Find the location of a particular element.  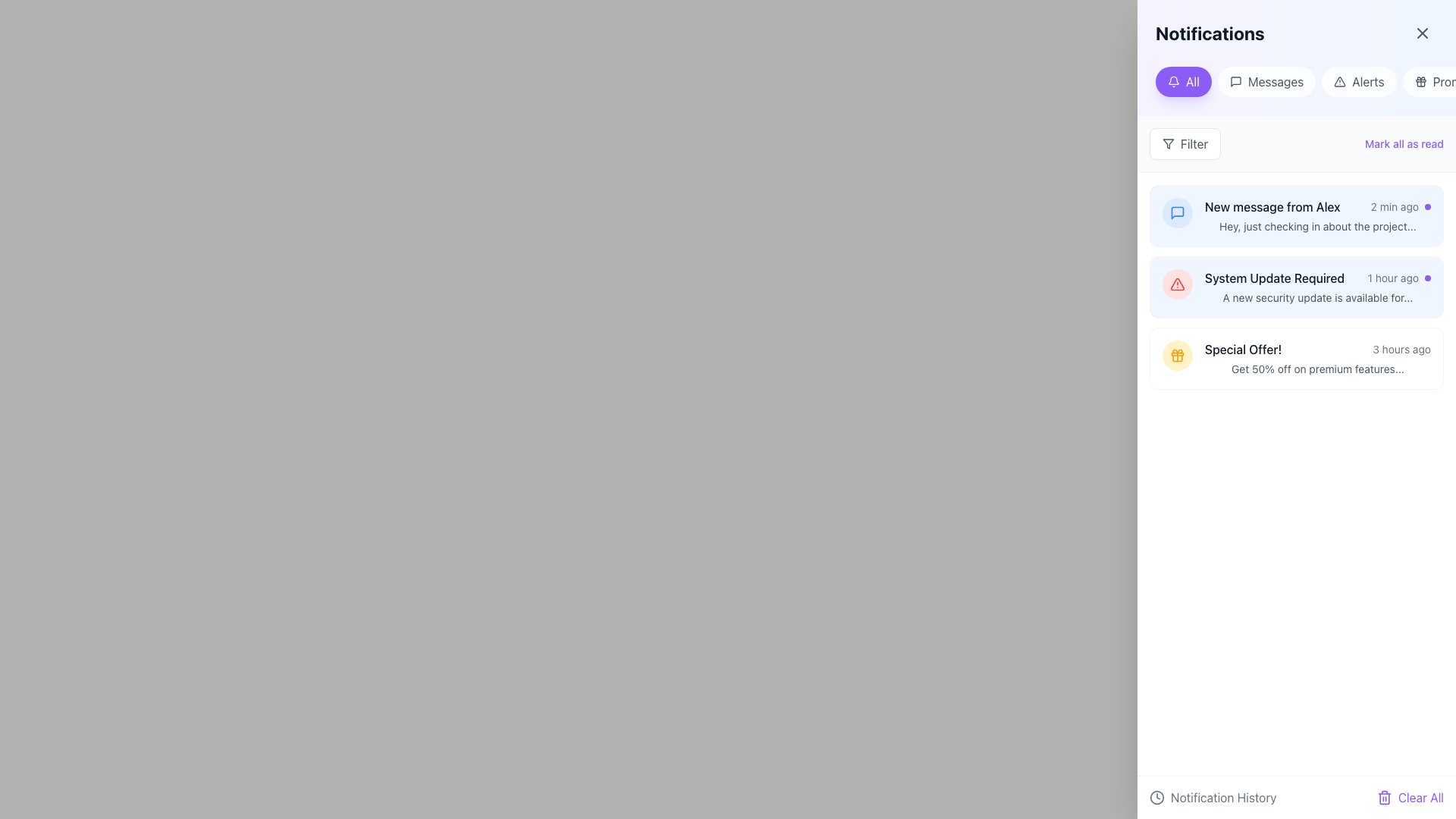

the Archive Action Button icon, which is a small gray drawer archive icon located on the right side of the second notification titled 'System Update Required' is located at coordinates (1357, 287).